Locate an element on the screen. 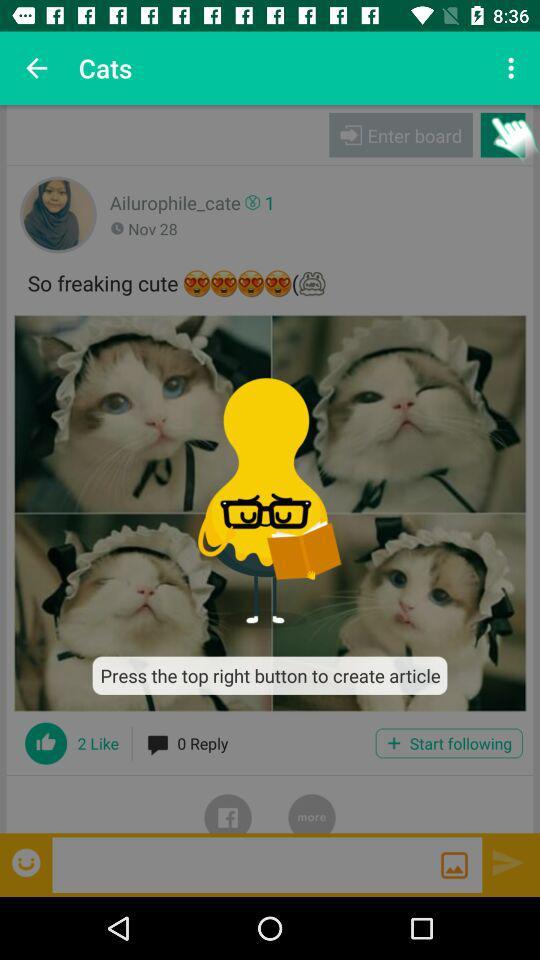 This screenshot has width=540, height=960. open emoji selection is located at coordinates (27, 861).